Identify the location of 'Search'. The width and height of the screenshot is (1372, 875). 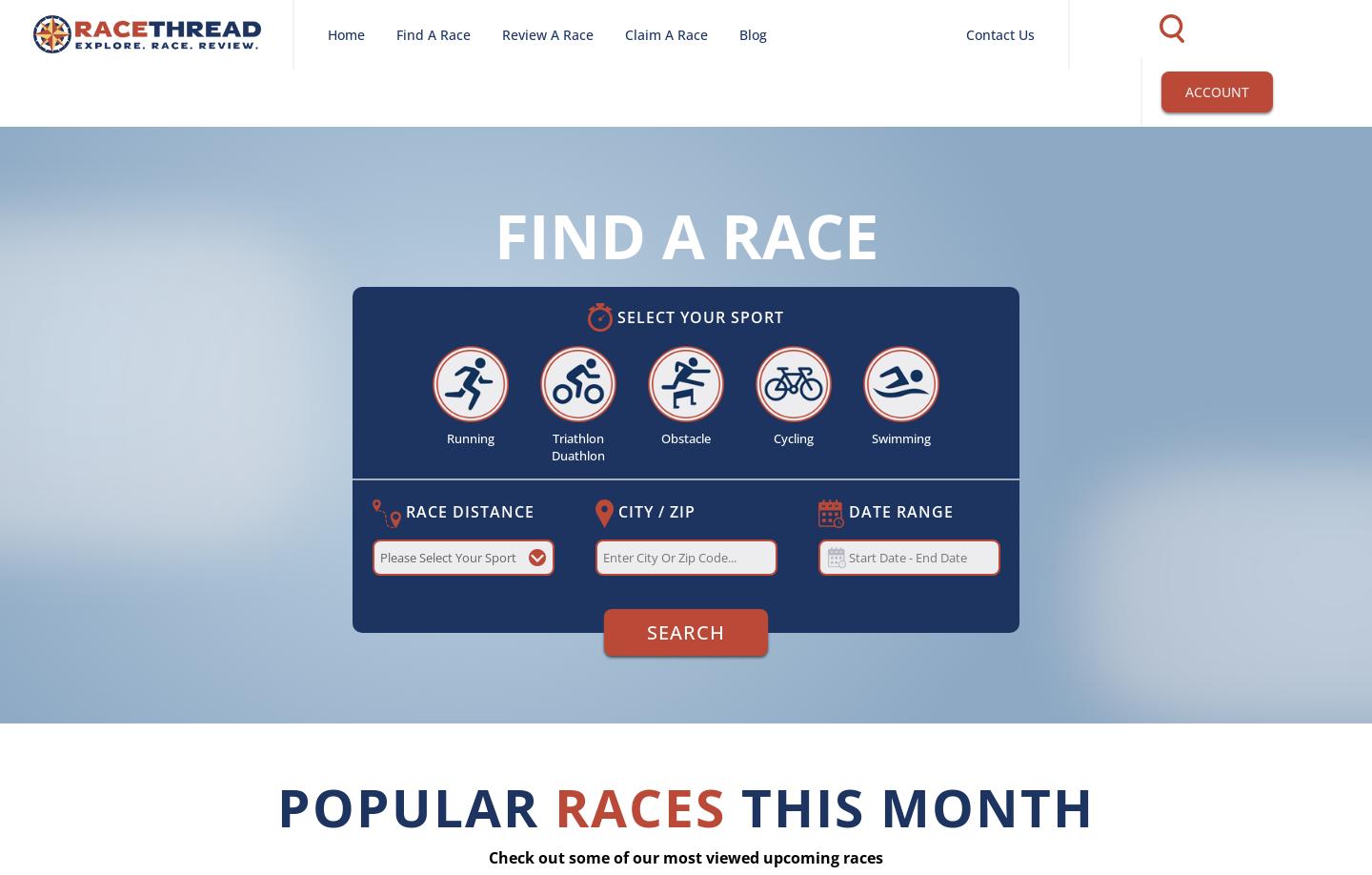
(686, 632).